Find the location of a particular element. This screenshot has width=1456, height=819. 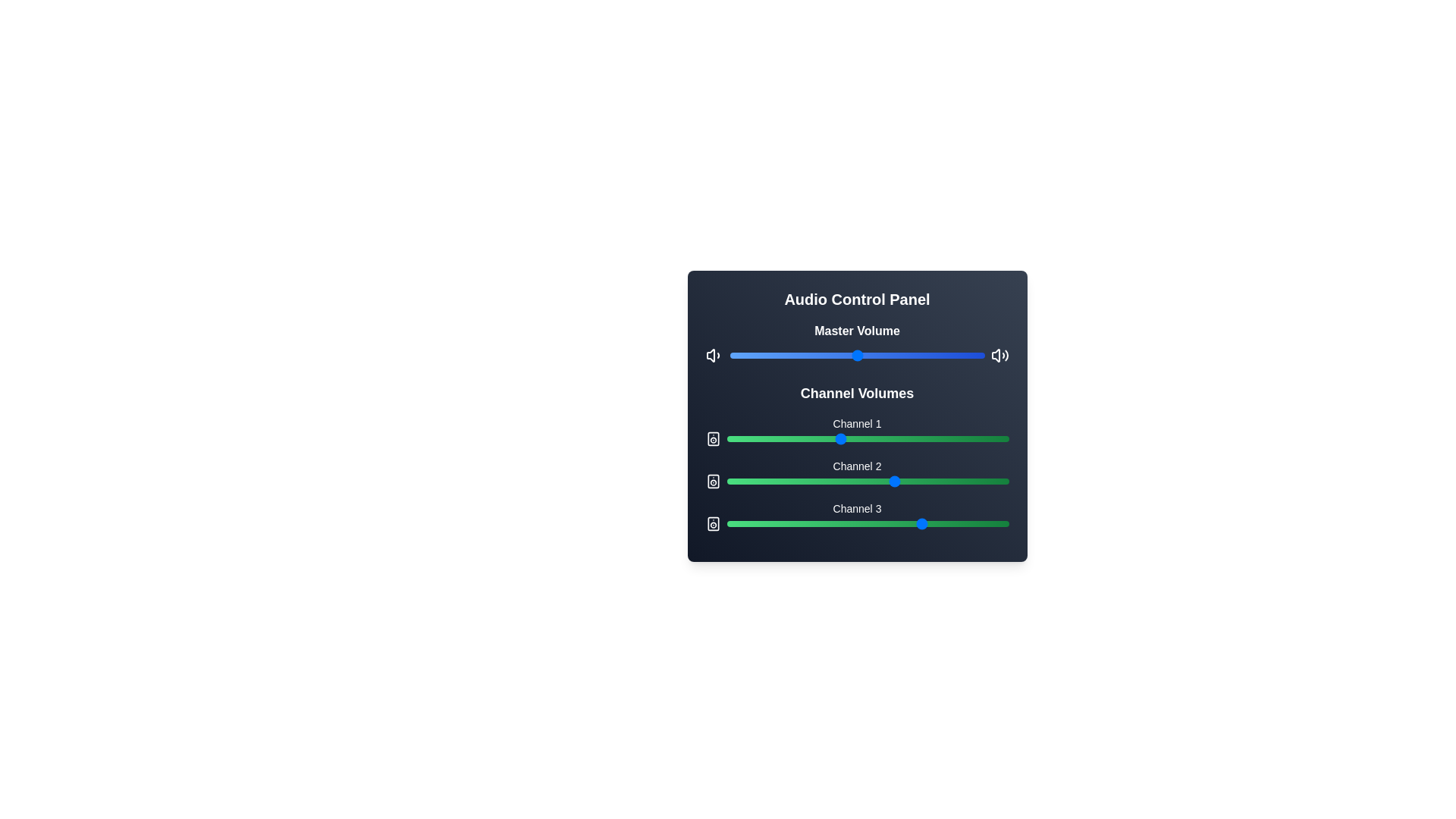

the master volume is located at coordinates (880, 356).